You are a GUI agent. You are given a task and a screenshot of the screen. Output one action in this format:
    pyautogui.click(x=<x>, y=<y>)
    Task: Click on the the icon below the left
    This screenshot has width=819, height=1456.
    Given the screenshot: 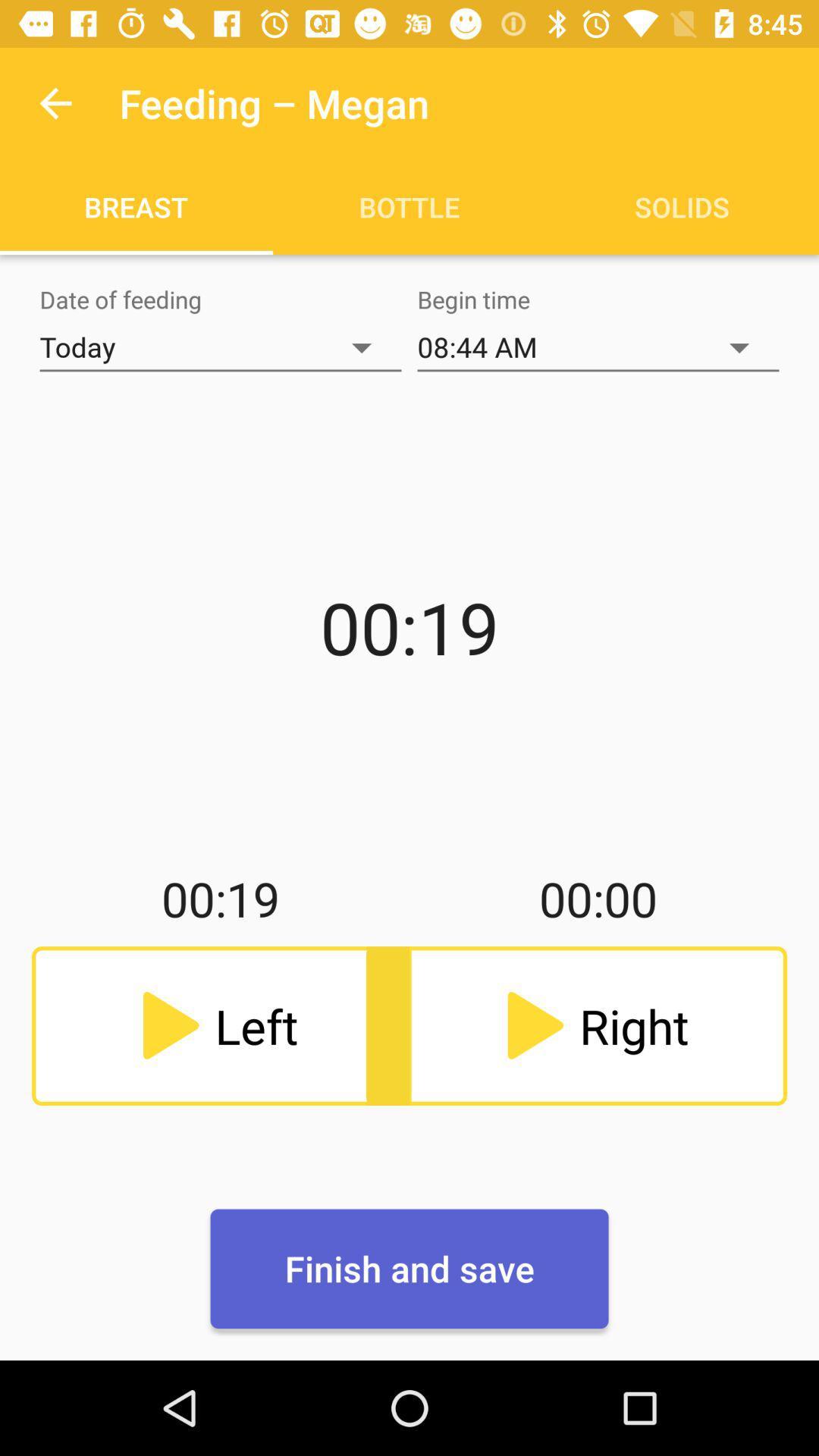 What is the action you would take?
    pyautogui.click(x=409, y=1269)
    